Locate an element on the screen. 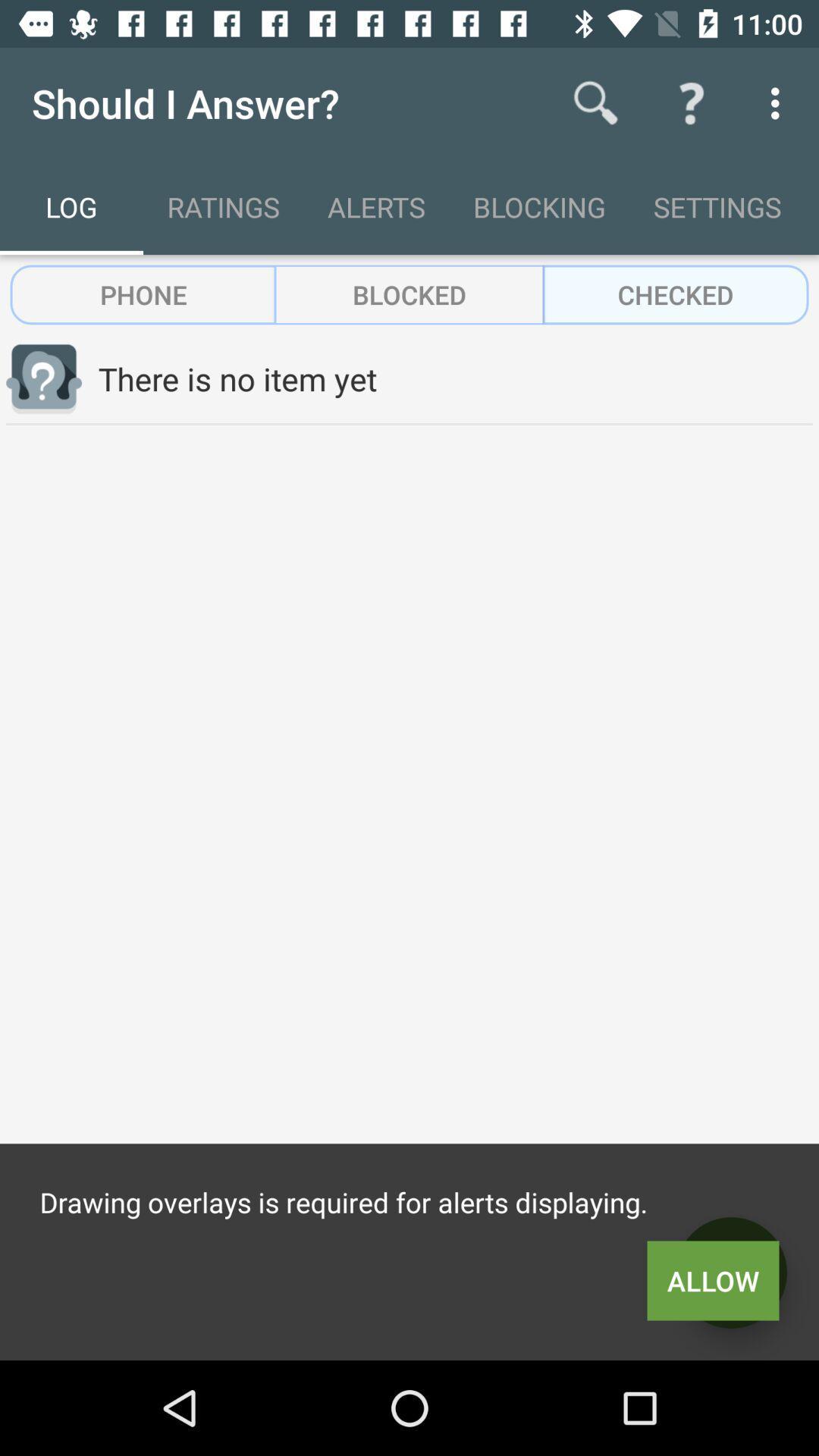 The height and width of the screenshot is (1456, 819). more icon on the top right corner is located at coordinates (779, 103).